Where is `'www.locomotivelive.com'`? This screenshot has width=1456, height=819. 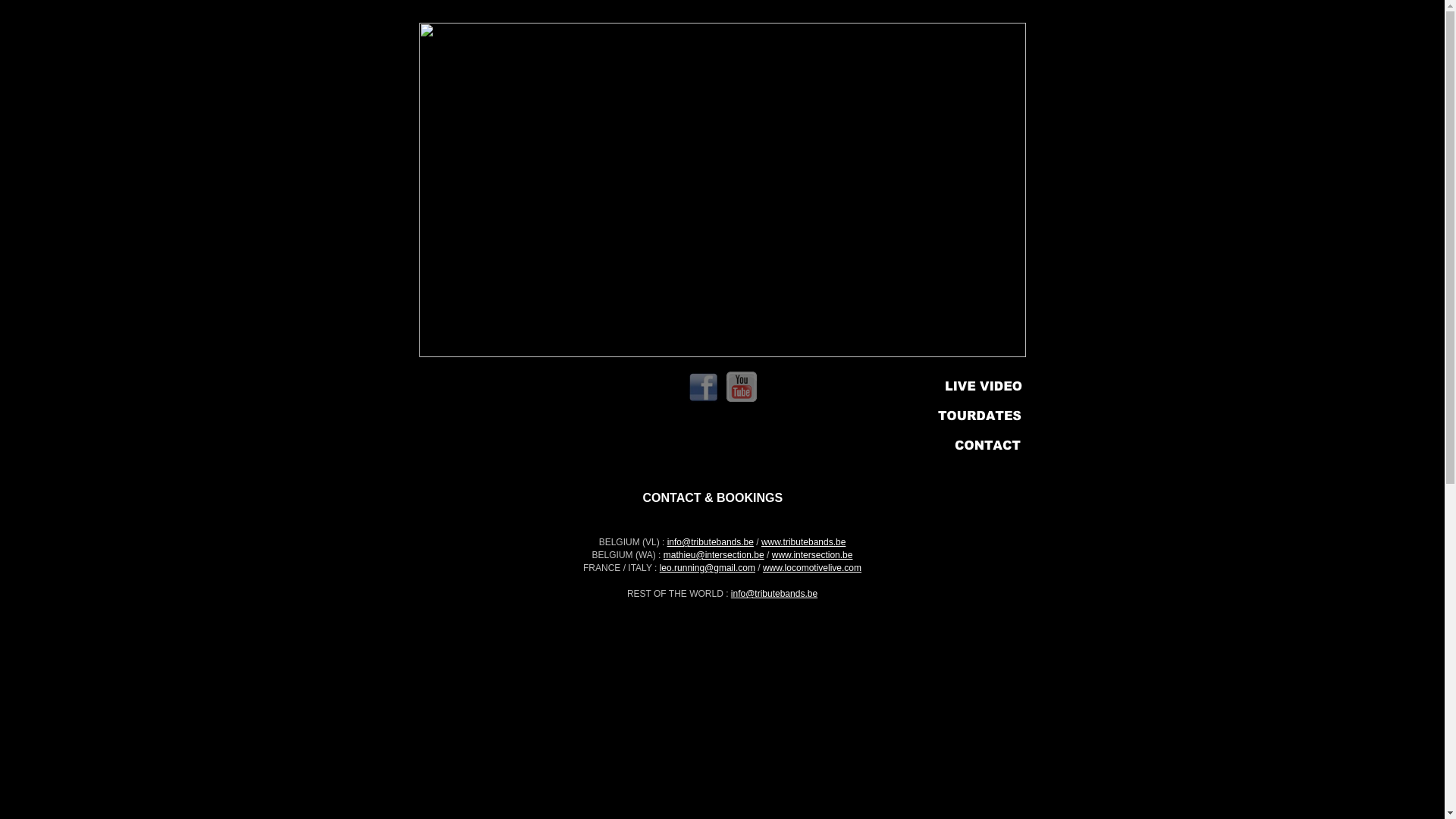
'www.locomotivelive.com' is located at coordinates (763, 567).